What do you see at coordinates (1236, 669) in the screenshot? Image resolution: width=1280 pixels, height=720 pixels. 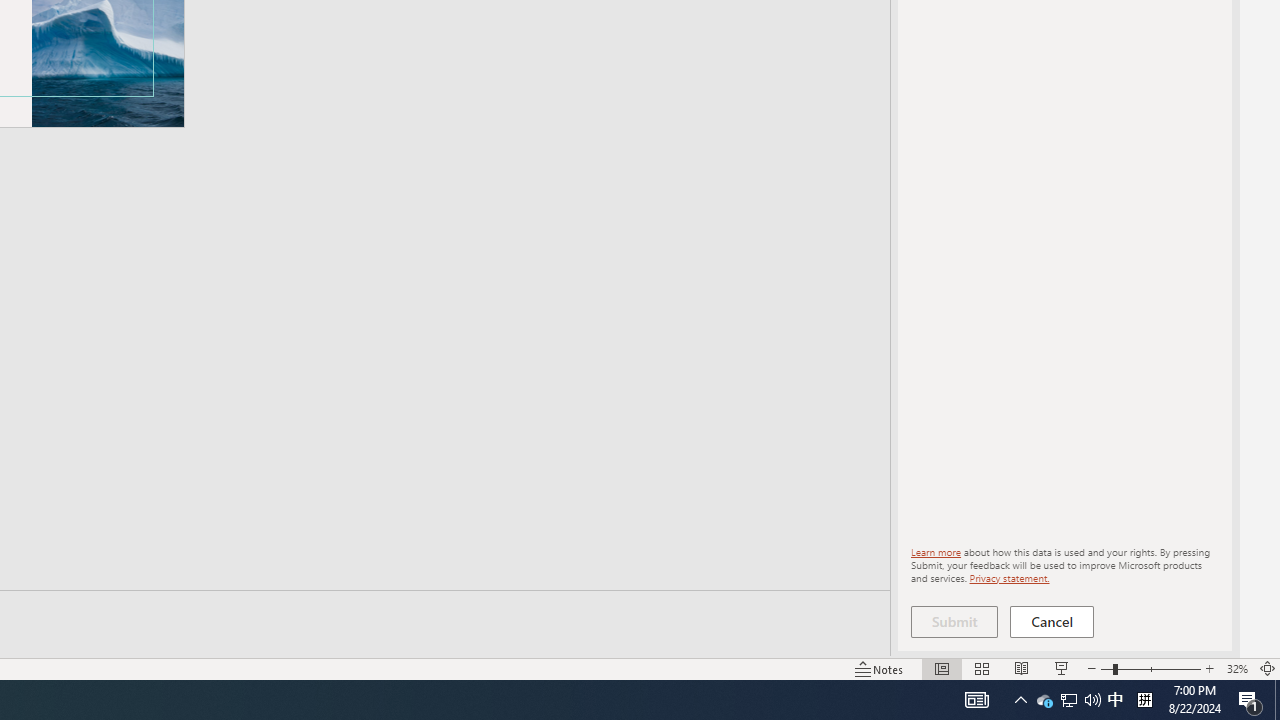 I see `'Zoom 32%'` at bounding box center [1236, 669].